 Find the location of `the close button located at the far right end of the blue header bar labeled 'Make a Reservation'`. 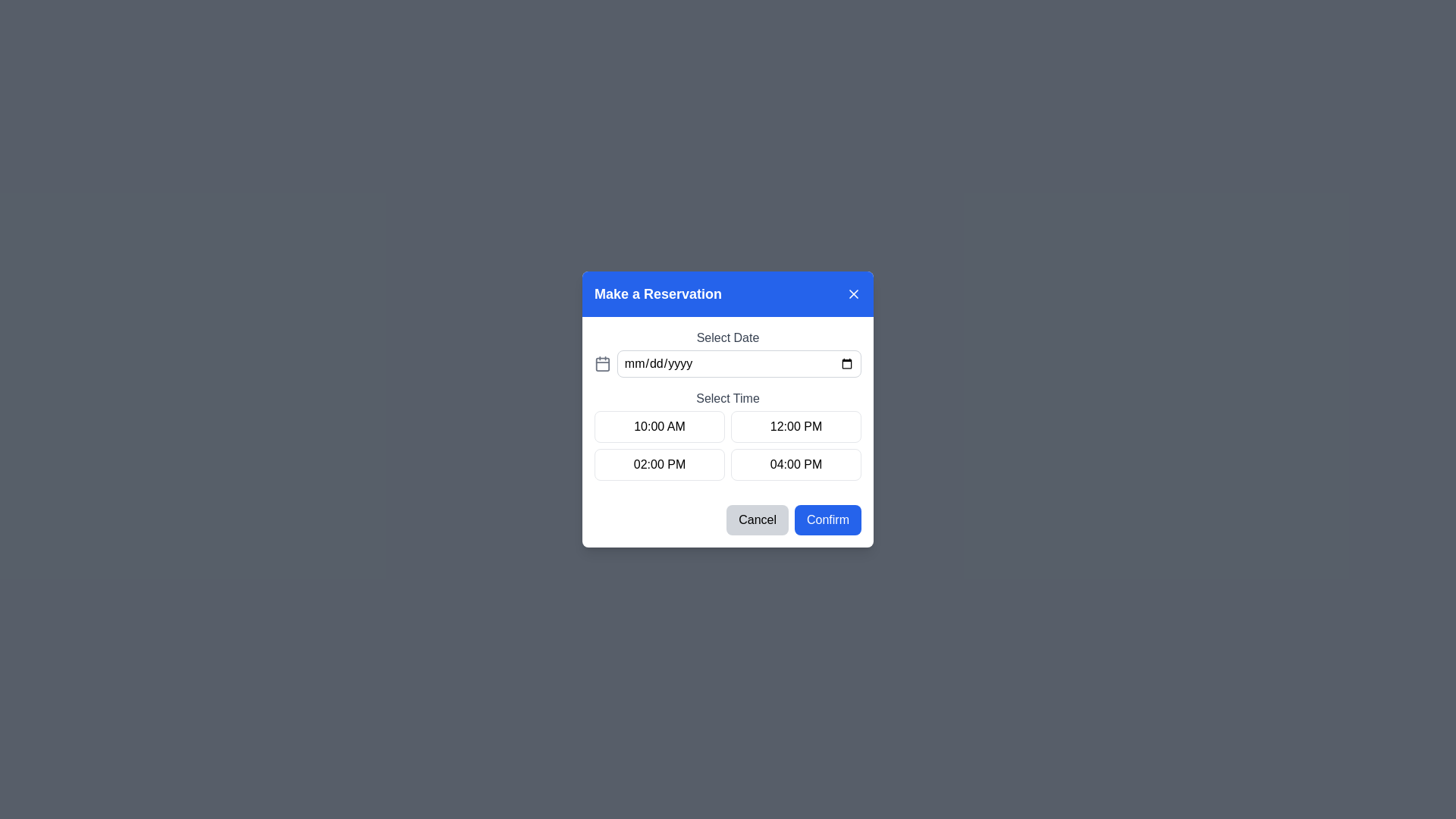

the close button located at the far right end of the blue header bar labeled 'Make a Reservation' is located at coordinates (854, 294).